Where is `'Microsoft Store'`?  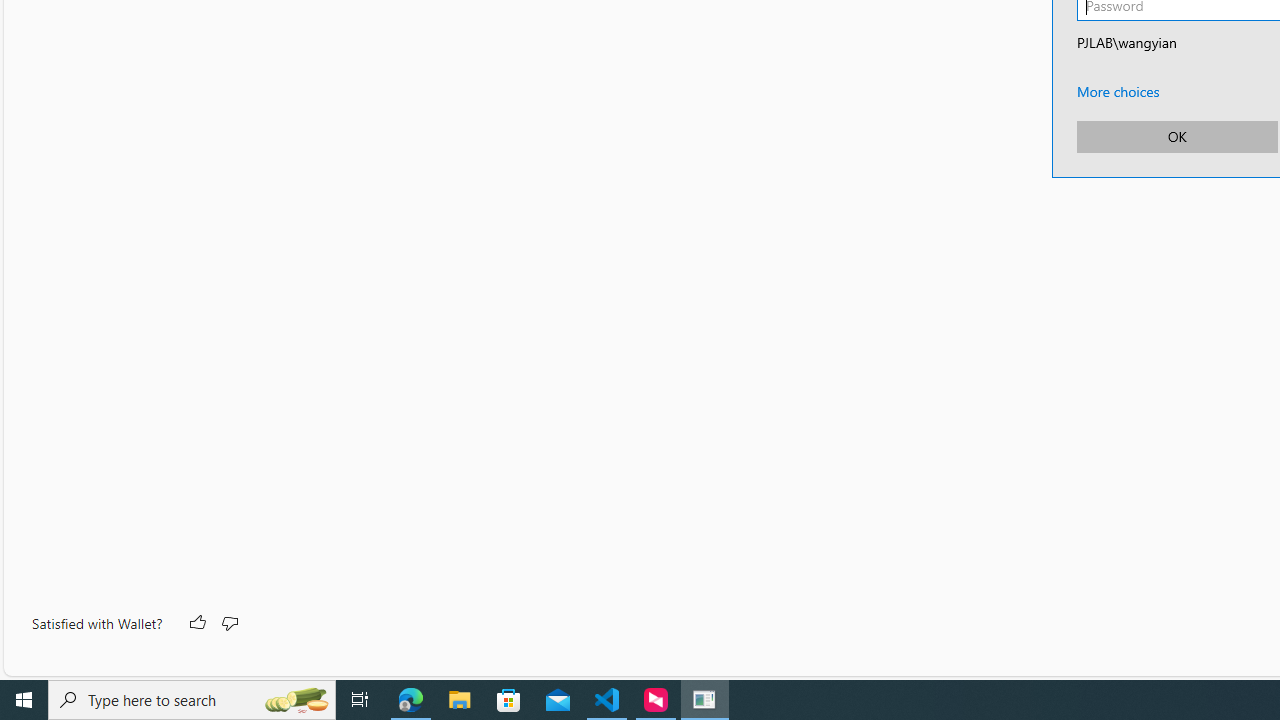 'Microsoft Store' is located at coordinates (509, 698).